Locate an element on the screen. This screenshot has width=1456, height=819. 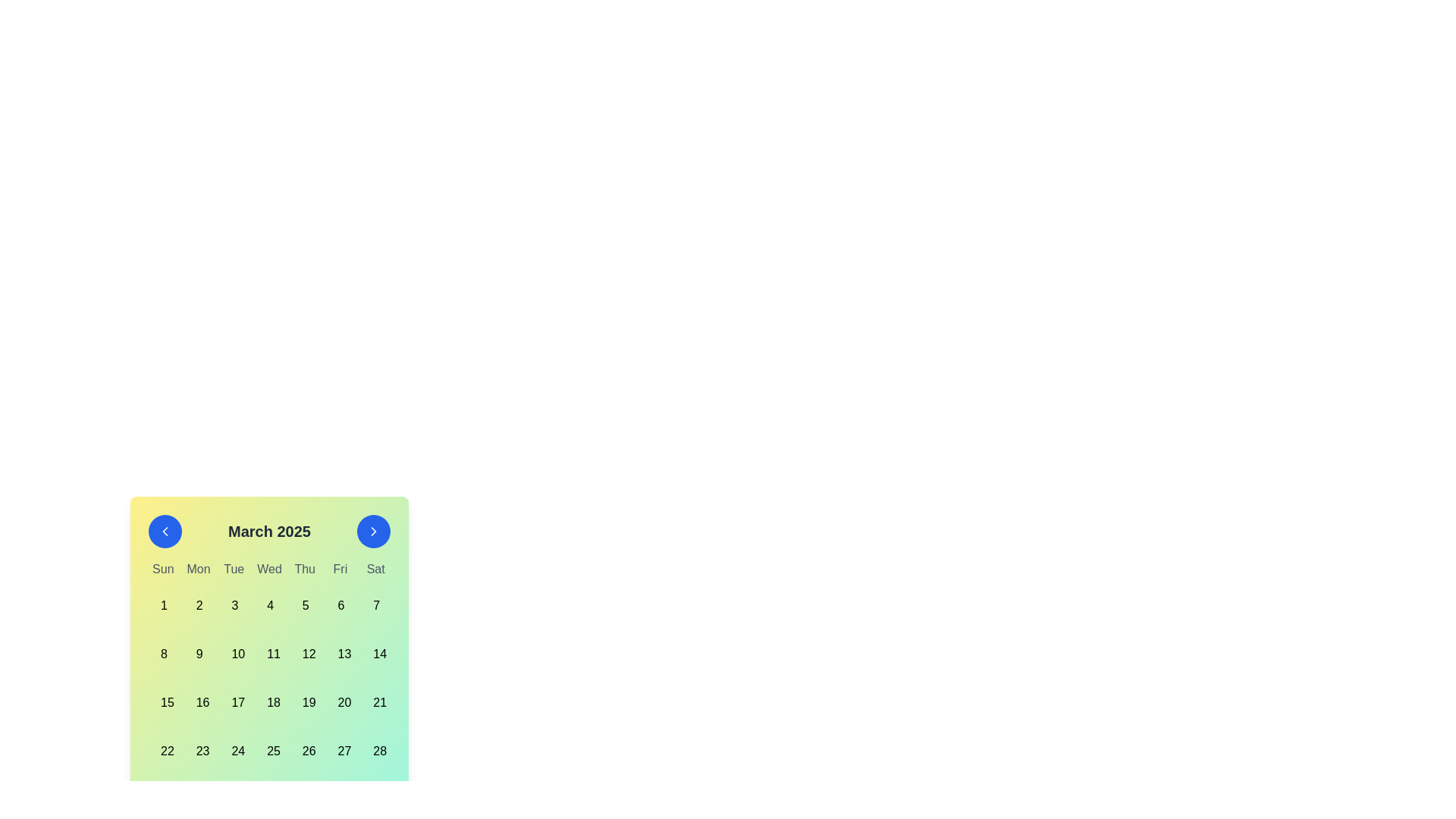
the Calendar date cell displaying the number '21' located in the seventh column (Saturday) of the fourth row in the calendar grid is located at coordinates (375, 702).